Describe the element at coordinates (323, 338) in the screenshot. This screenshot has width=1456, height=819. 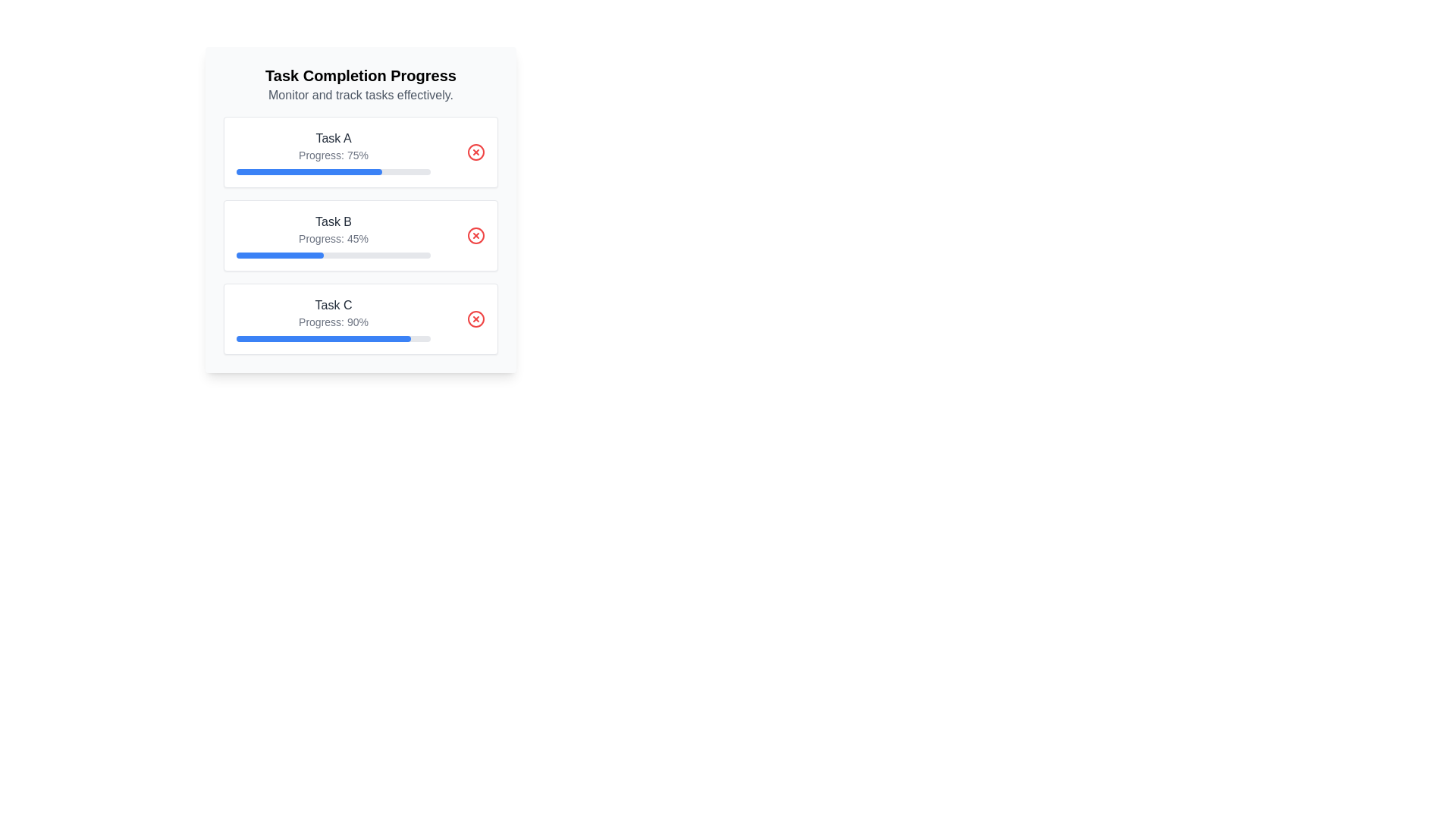
I see `the progress indicator inside the third progress bar labeled 'Progress: 90%' in the 'Task C' section` at that location.